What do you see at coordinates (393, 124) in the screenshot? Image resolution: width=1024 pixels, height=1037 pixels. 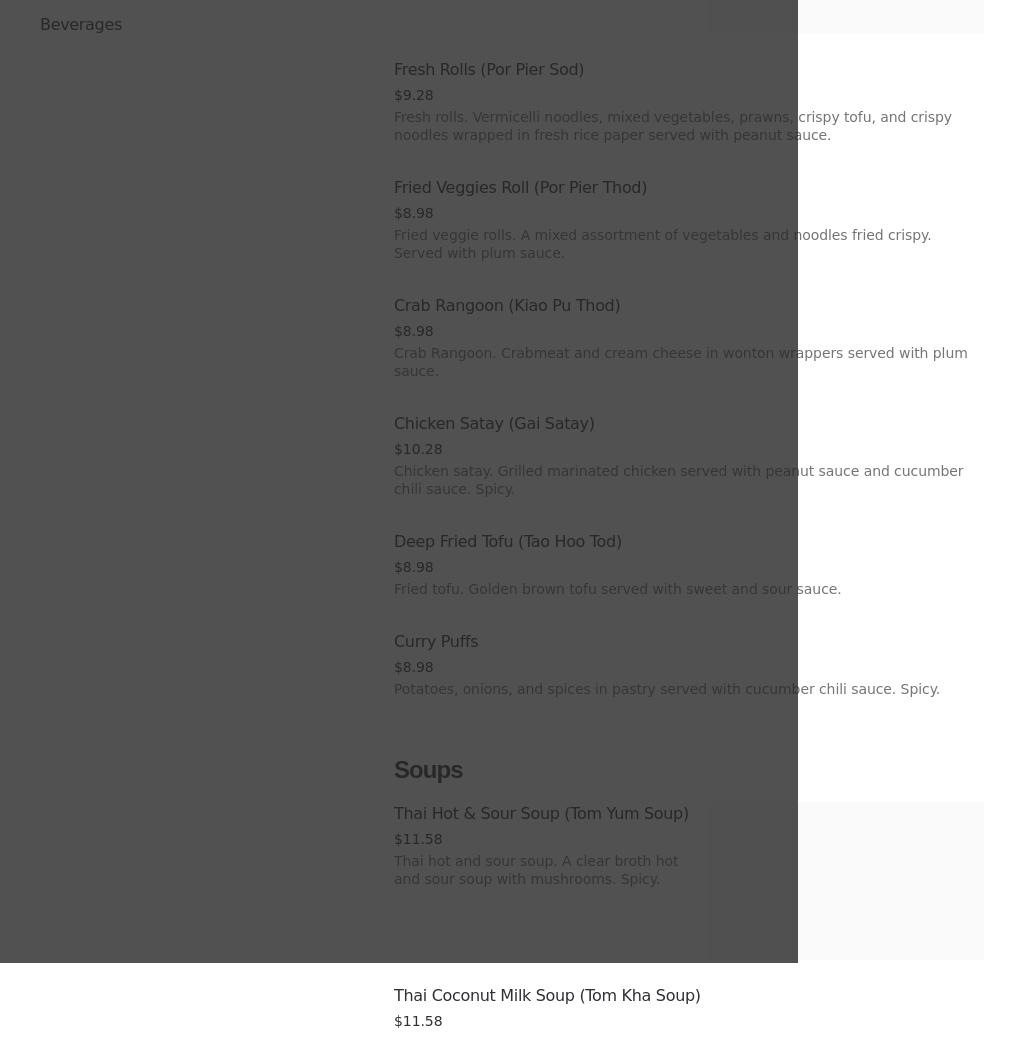 I see `'Fresh rolls. Vermicelli noodles, mixed vegetables, prawns, crispy tofu, and crispy noodles wrapped in fresh rice paper served with peanut sauce.'` at bounding box center [393, 124].